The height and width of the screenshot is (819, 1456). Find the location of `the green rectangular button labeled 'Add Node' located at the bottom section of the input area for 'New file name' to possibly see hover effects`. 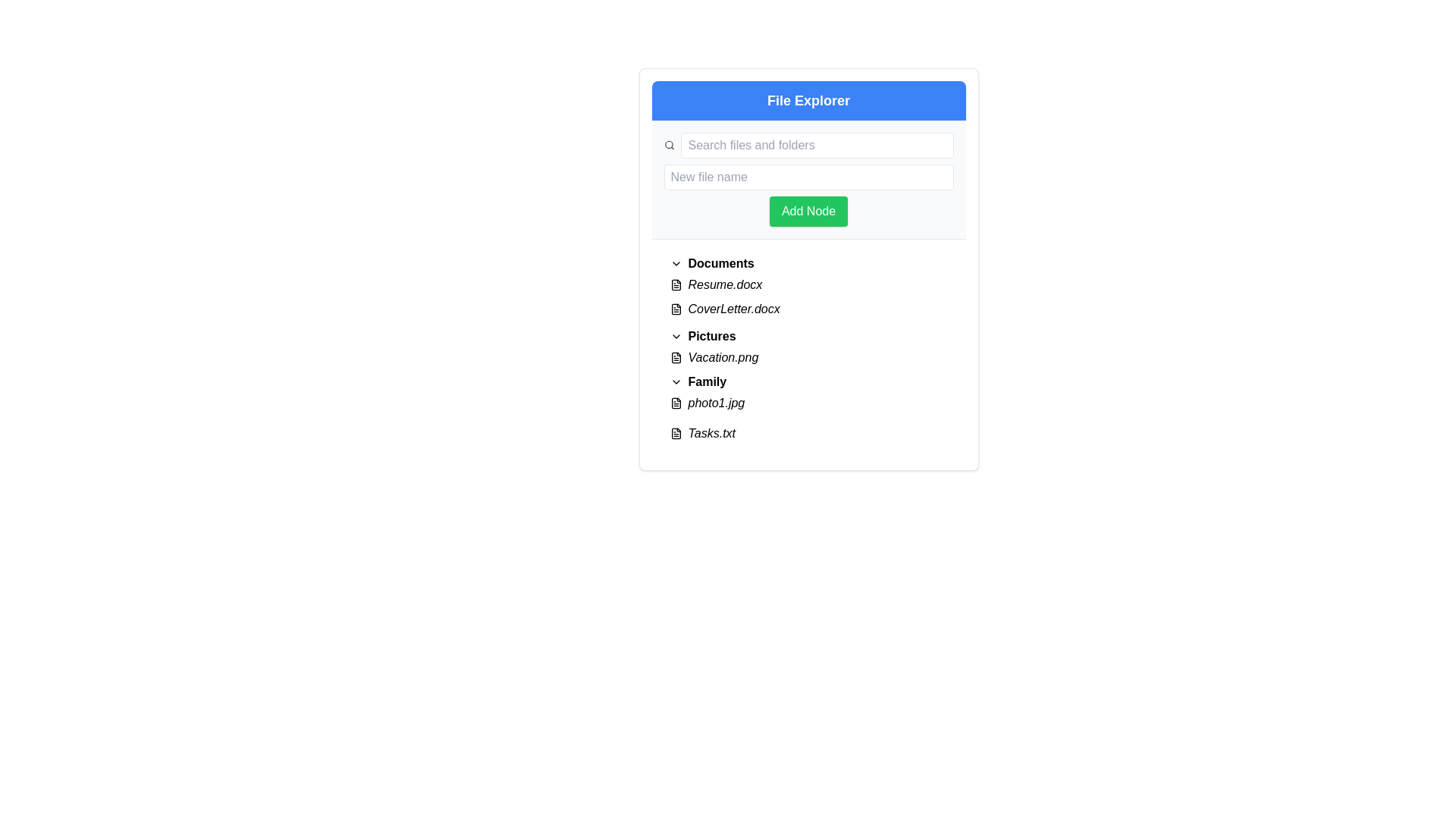

the green rectangular button labeled 'Add Node' located at the bottom section of the input area for 'New file name' to possibly see hover effects is located at coordinates (808, 195).